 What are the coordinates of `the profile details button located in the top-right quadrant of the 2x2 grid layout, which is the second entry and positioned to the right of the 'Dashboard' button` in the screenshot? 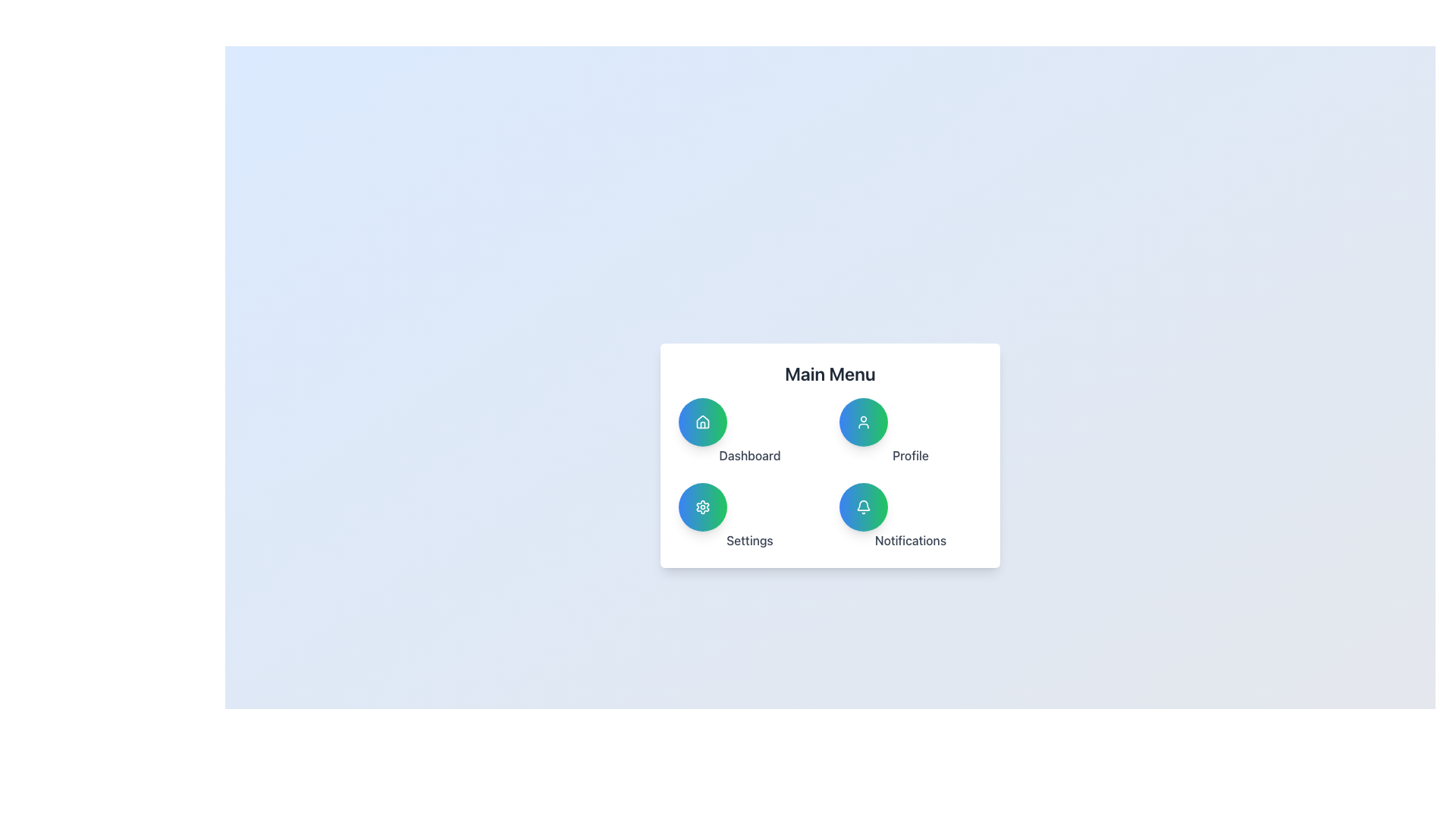 It's located at (910, 431).